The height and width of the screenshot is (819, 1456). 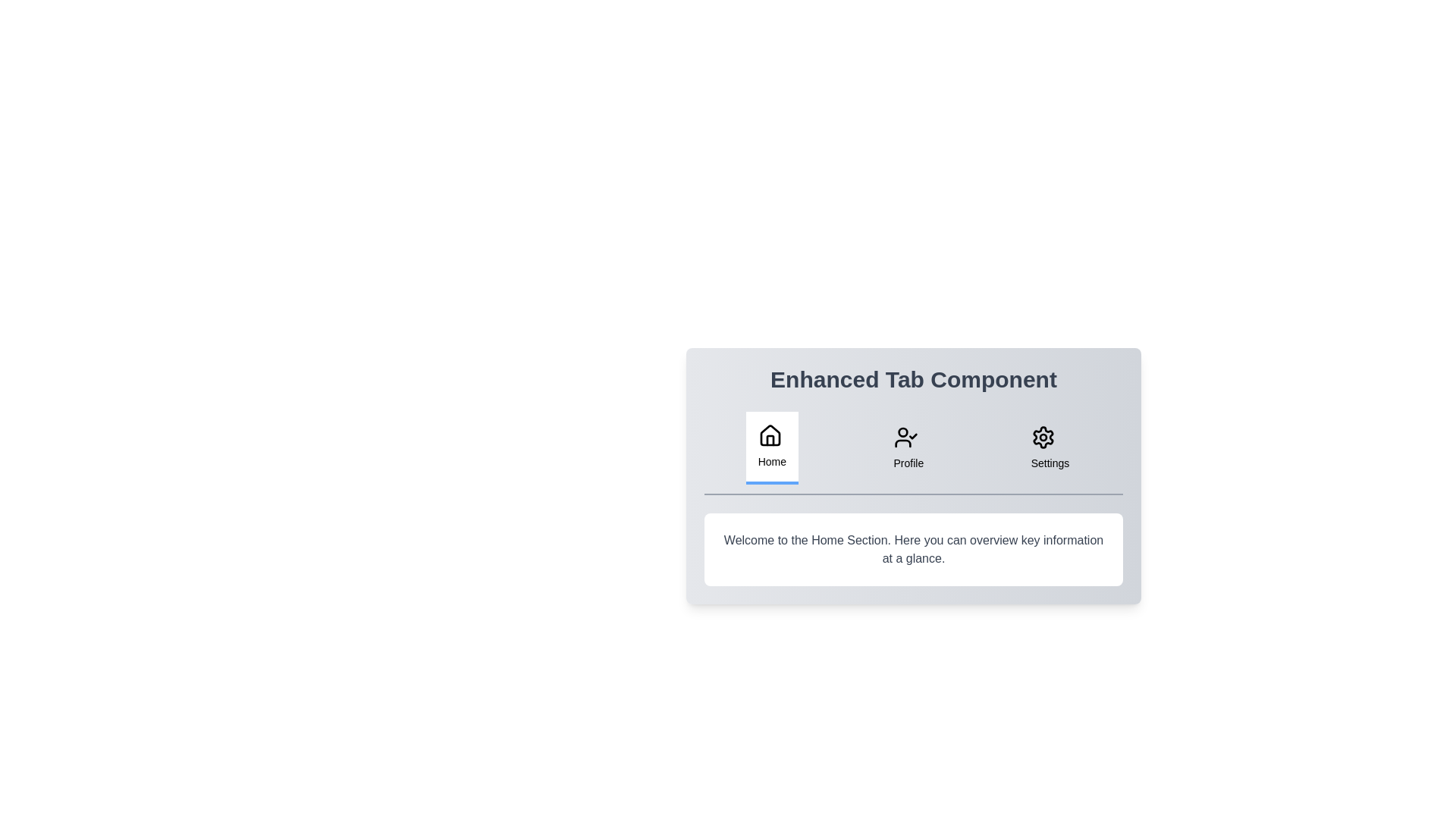 I want to click on the Profile tab to view its content, so click(x=908, y=447).